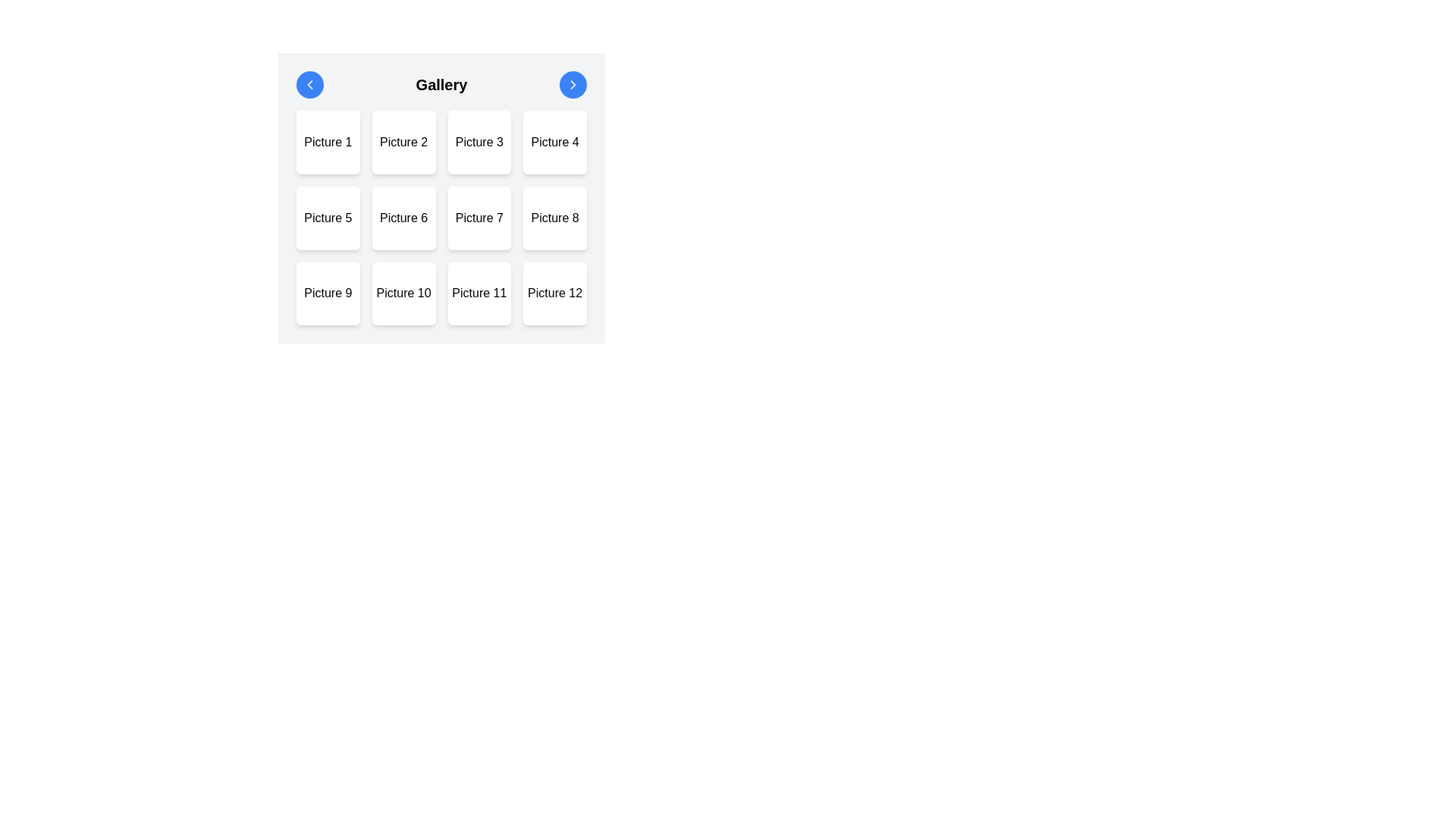  What do you see at coordinates (403, 218) in the screenshot?
I see `the button labeled 'Picture 6' which is the sixth item in a grid of 12 elements, located in the second row and second column` at bounding box center [403, 218].